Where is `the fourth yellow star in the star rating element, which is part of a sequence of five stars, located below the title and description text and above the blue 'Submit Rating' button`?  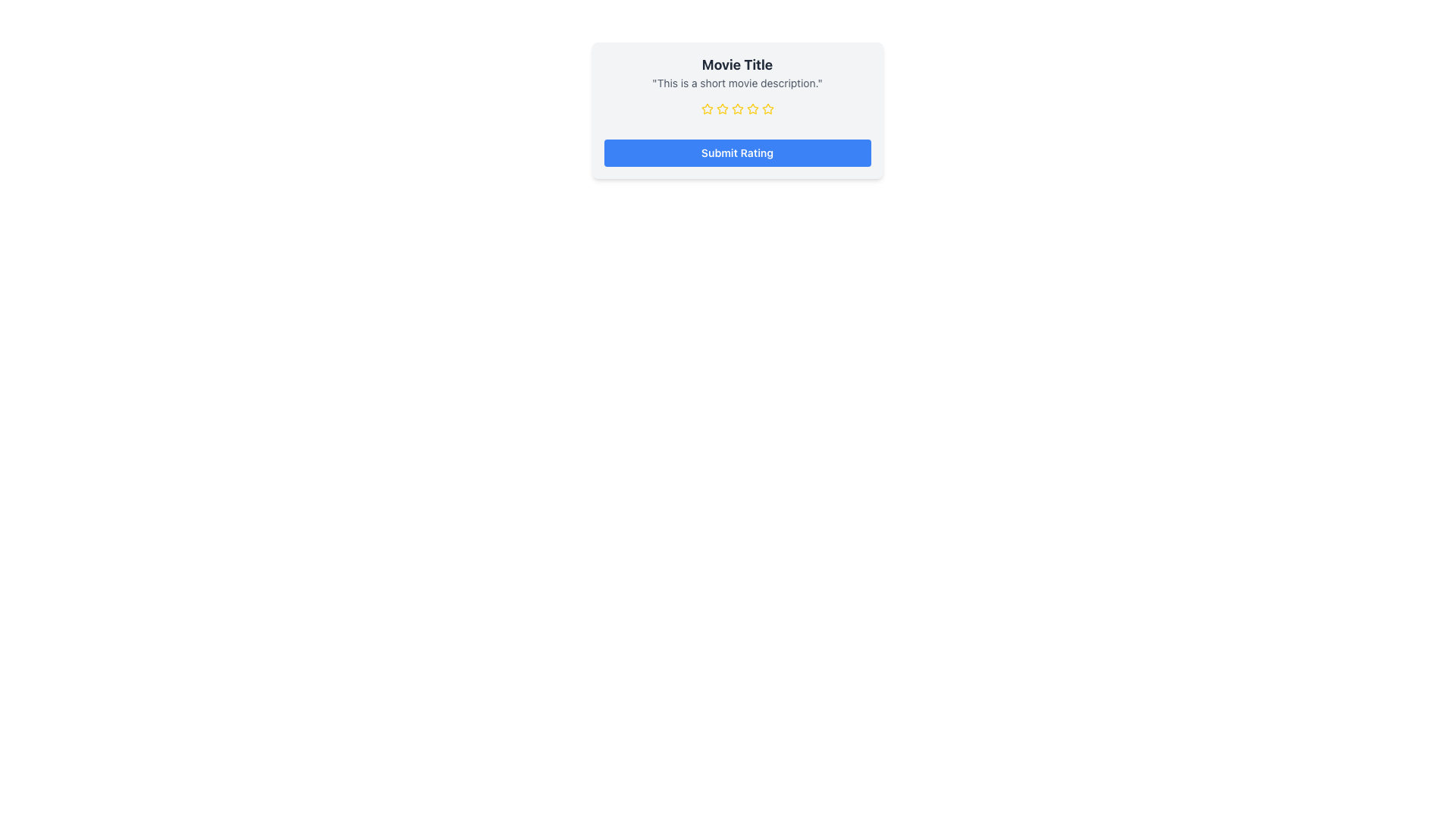 the fourth yellow star in the star rating element, which is part of a sequence of five stars, located below the title and description text and above the blue 'Submit Rating' button is located at coordinates (752, 108).